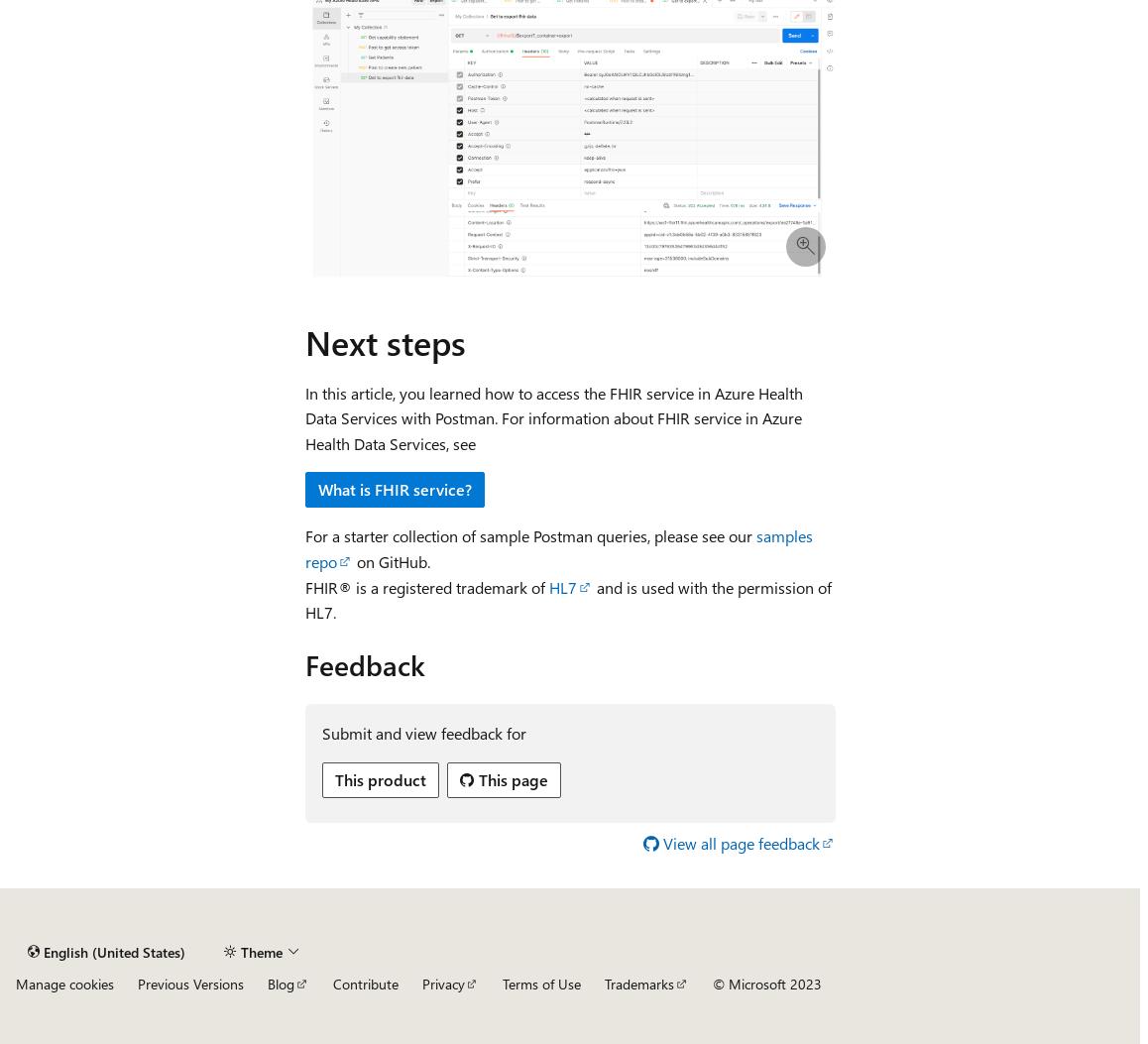 This screenshot has width=1148, height=1044. Describe the element at coordinates (740, 841) in the screenshot. I see `'View all page feedback'` at that location.